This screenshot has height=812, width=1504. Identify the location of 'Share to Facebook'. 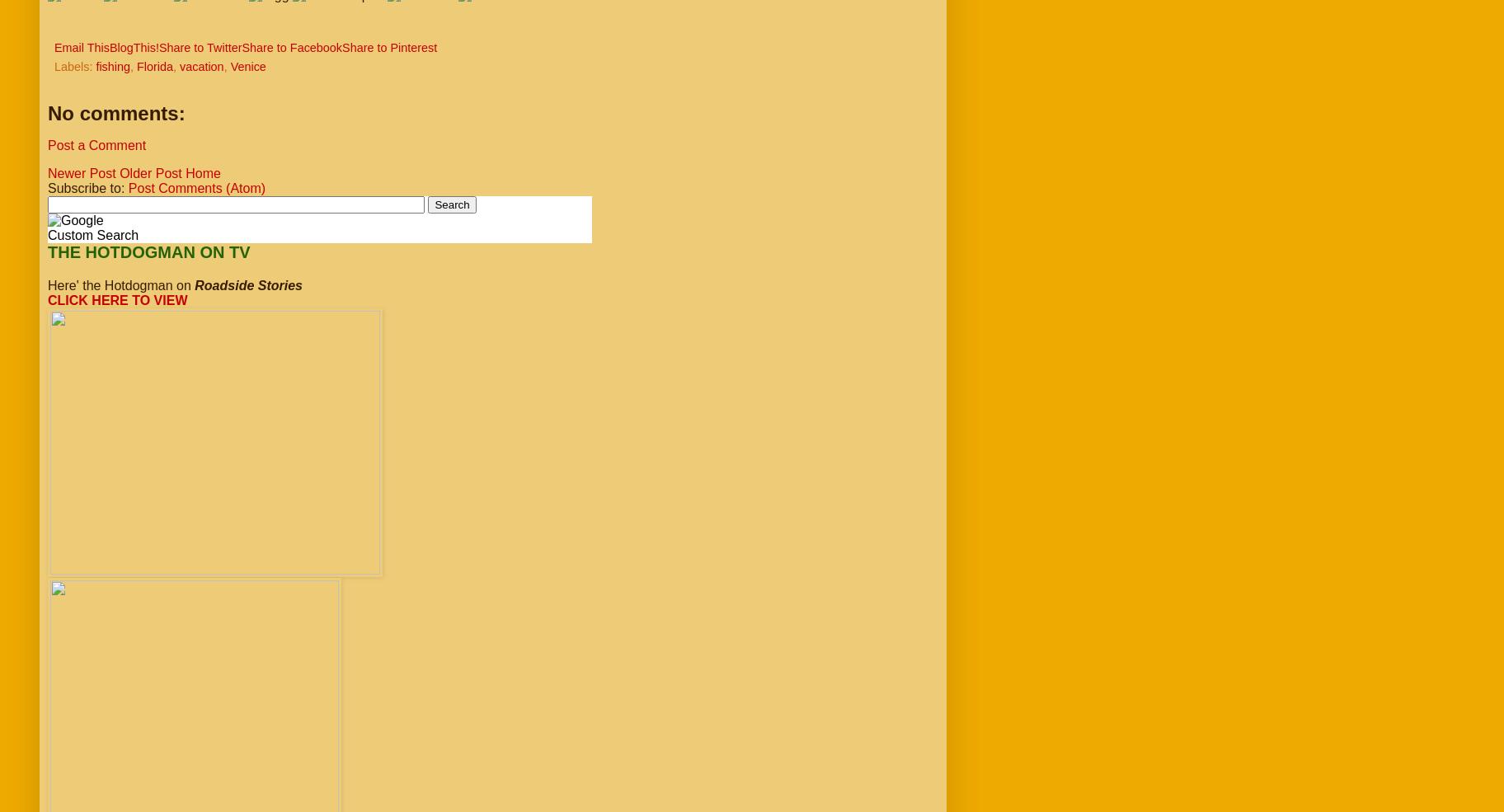
(292, 47).